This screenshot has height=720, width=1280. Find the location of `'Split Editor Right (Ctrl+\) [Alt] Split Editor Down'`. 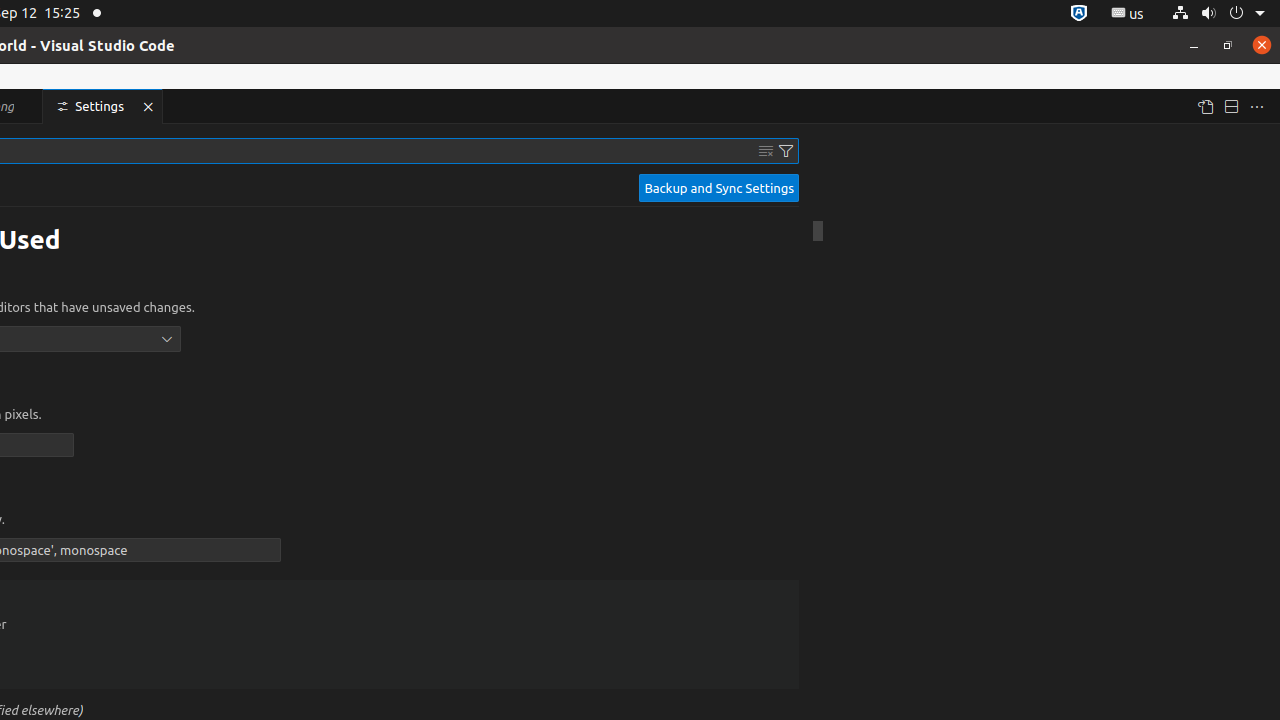

'Split Editor Right (Ctrl+\) [Alt] Split Editor Down' is located at coordinates (1229, 106).